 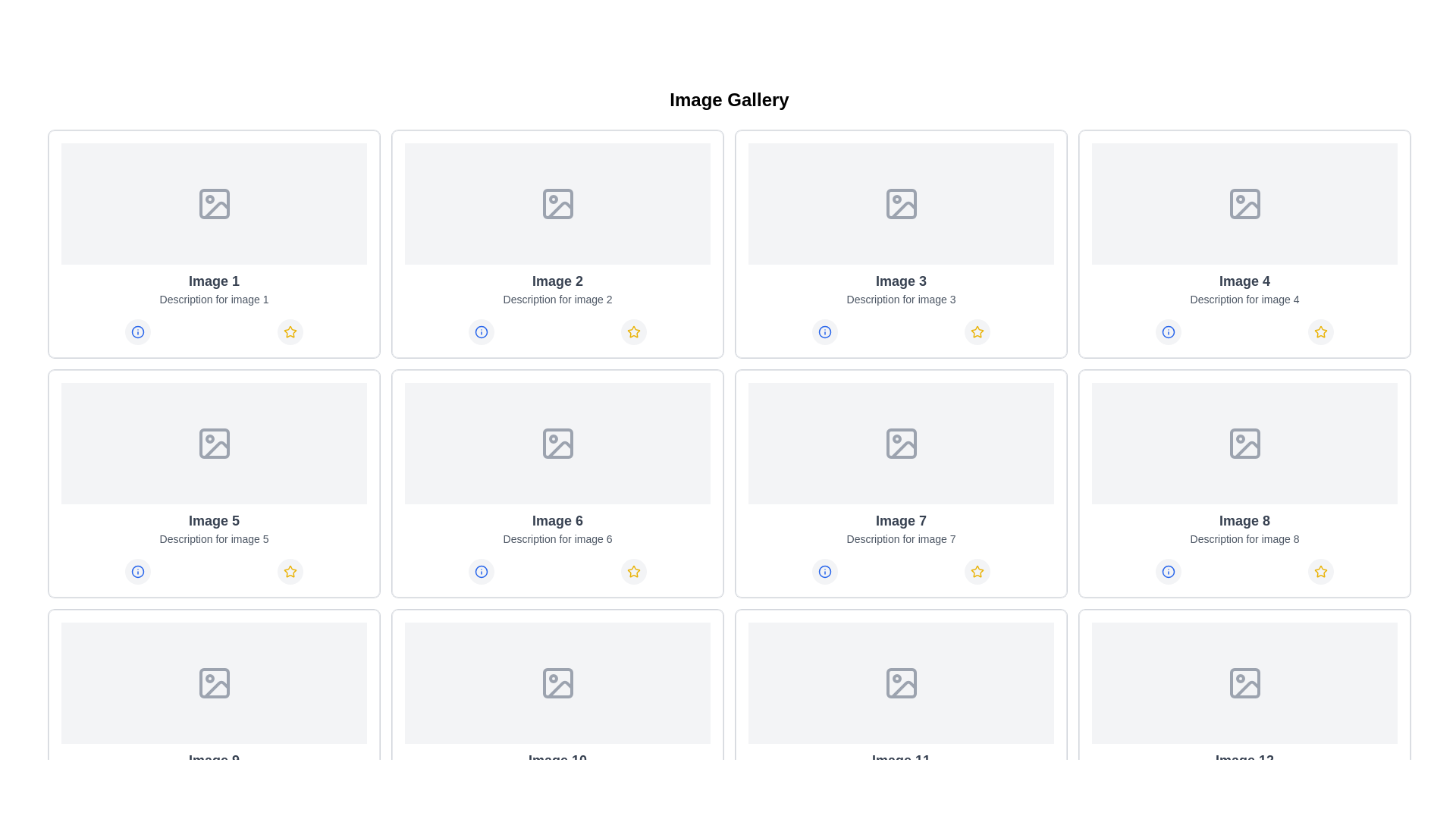 What do you see at coordinates (1320, 331) in the screenshot?
I see `the golden-yellow star-shaped icon located at the bottom-right corner of the 'Image 8' card to favorite the image` at bounding box center [1320, 331].